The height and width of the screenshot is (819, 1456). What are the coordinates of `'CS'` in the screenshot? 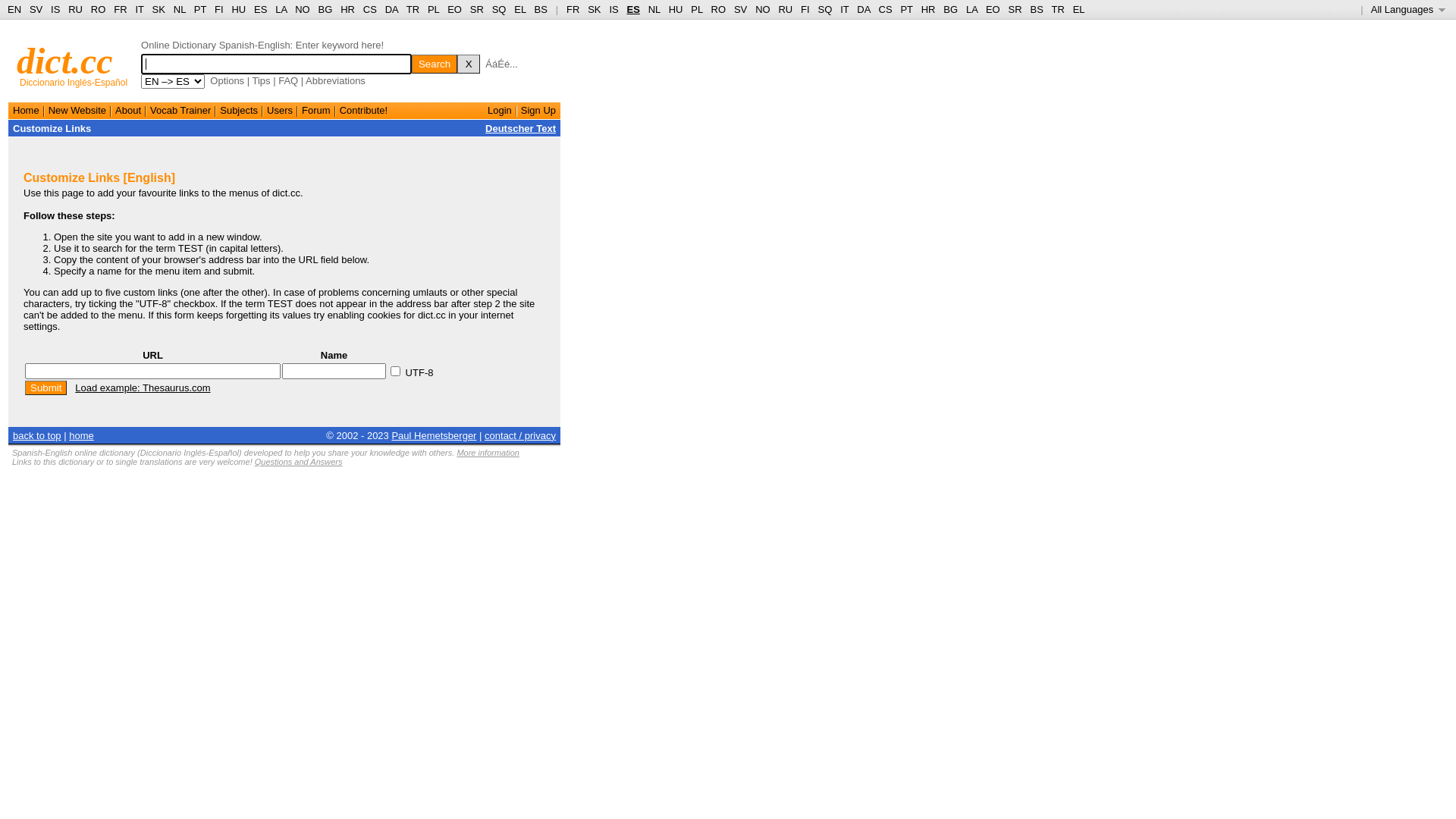 It's located at (370, 9).